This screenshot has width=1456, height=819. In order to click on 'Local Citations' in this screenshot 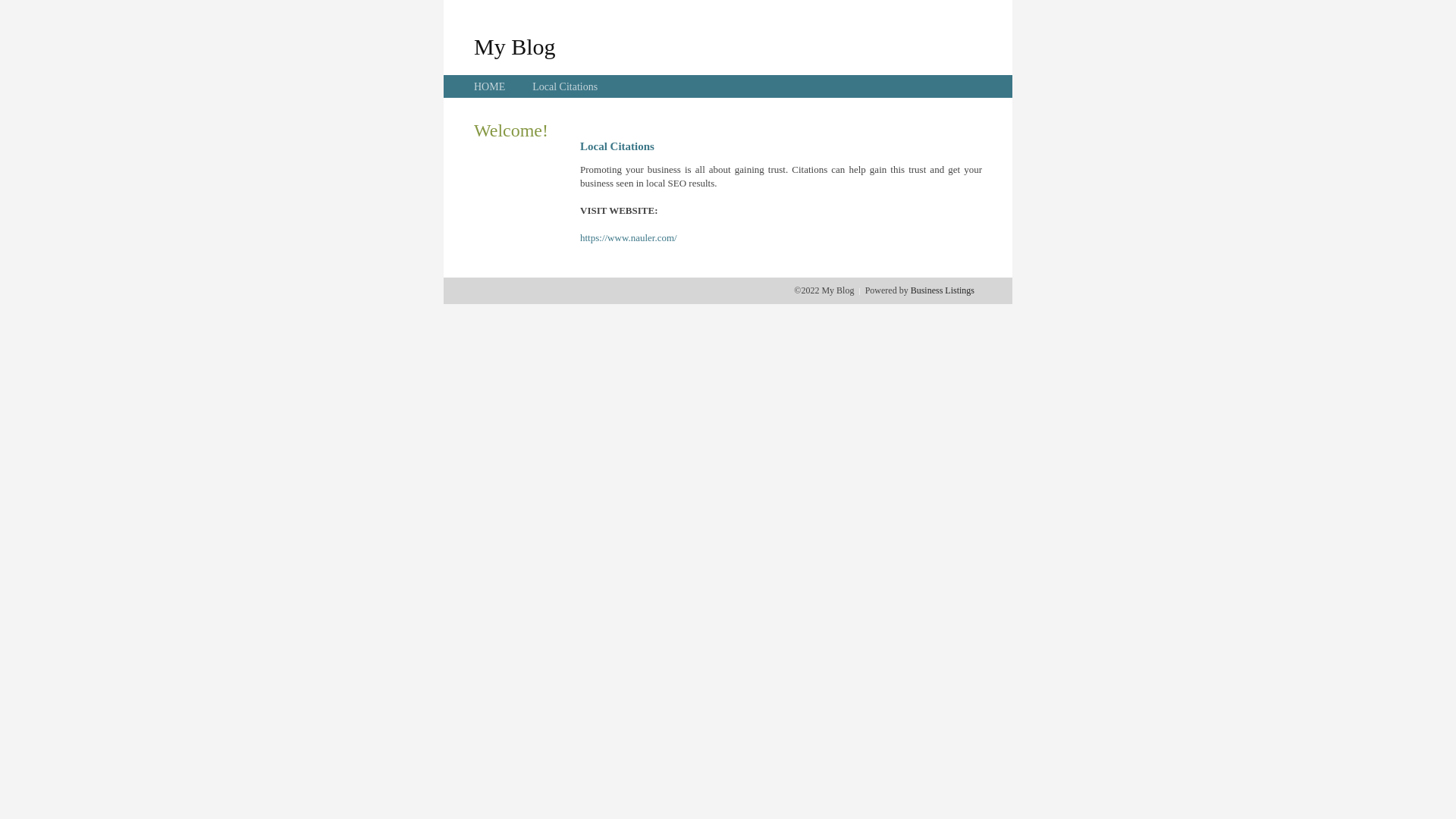, I will do `click(532, 86)`.